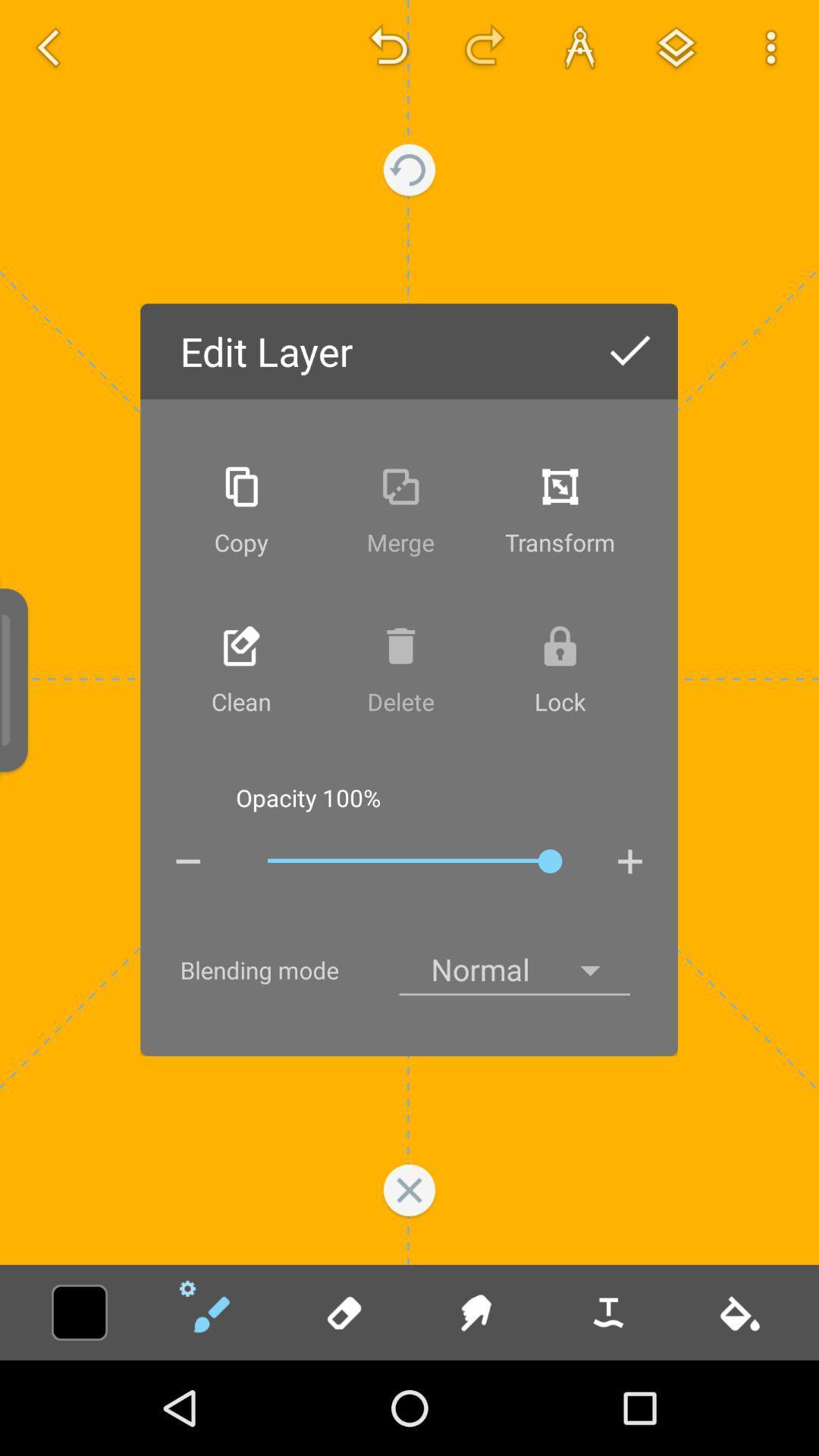  I want to click on the undo icon, so click(388, 47).